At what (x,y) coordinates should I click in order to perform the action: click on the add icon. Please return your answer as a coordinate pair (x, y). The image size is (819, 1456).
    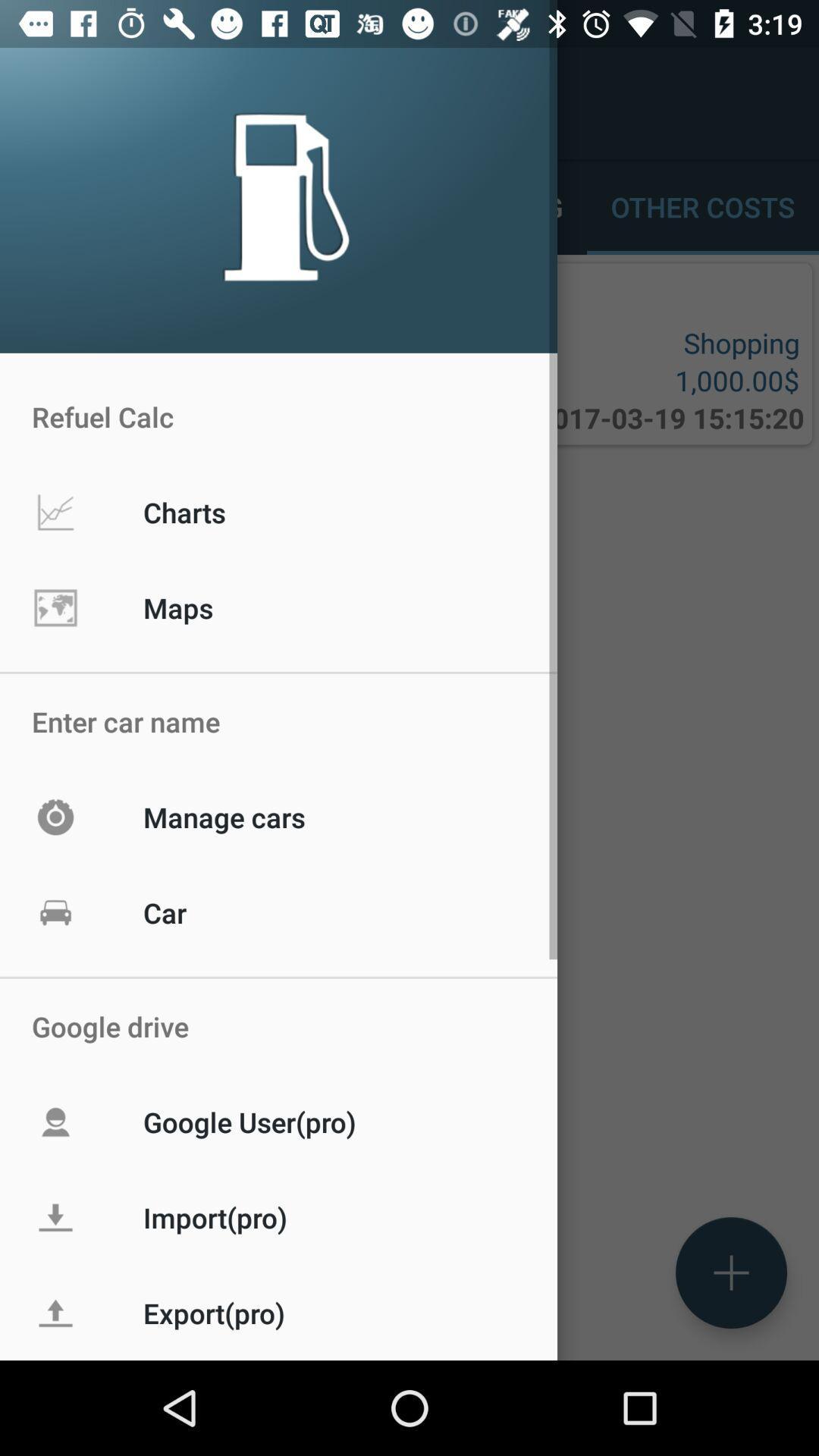
    Looking at the image, I should click on (730, 1272).